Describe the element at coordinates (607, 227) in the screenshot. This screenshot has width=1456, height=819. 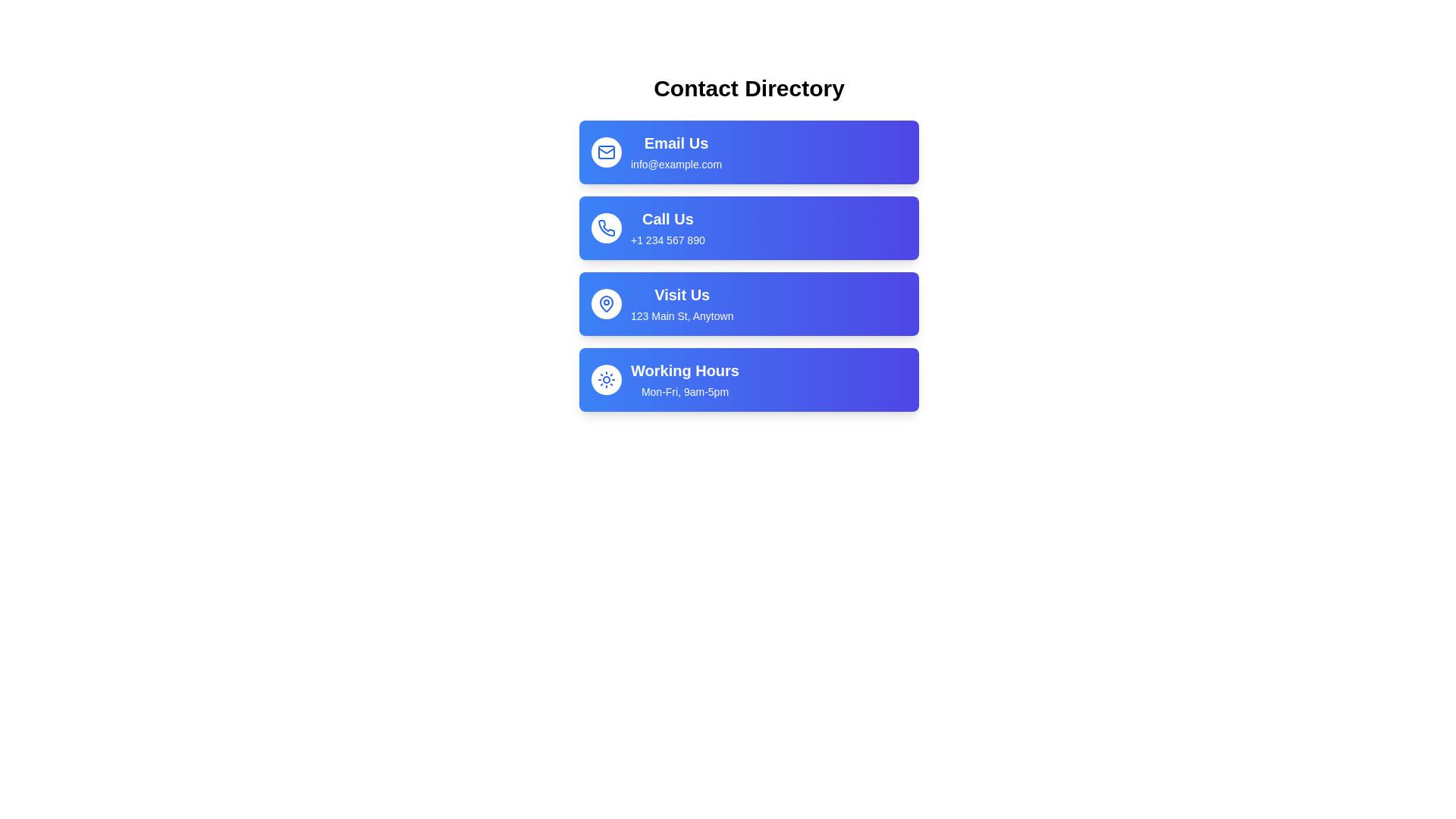
I see `the 'Call Us' icon in the contact directory` at that location.